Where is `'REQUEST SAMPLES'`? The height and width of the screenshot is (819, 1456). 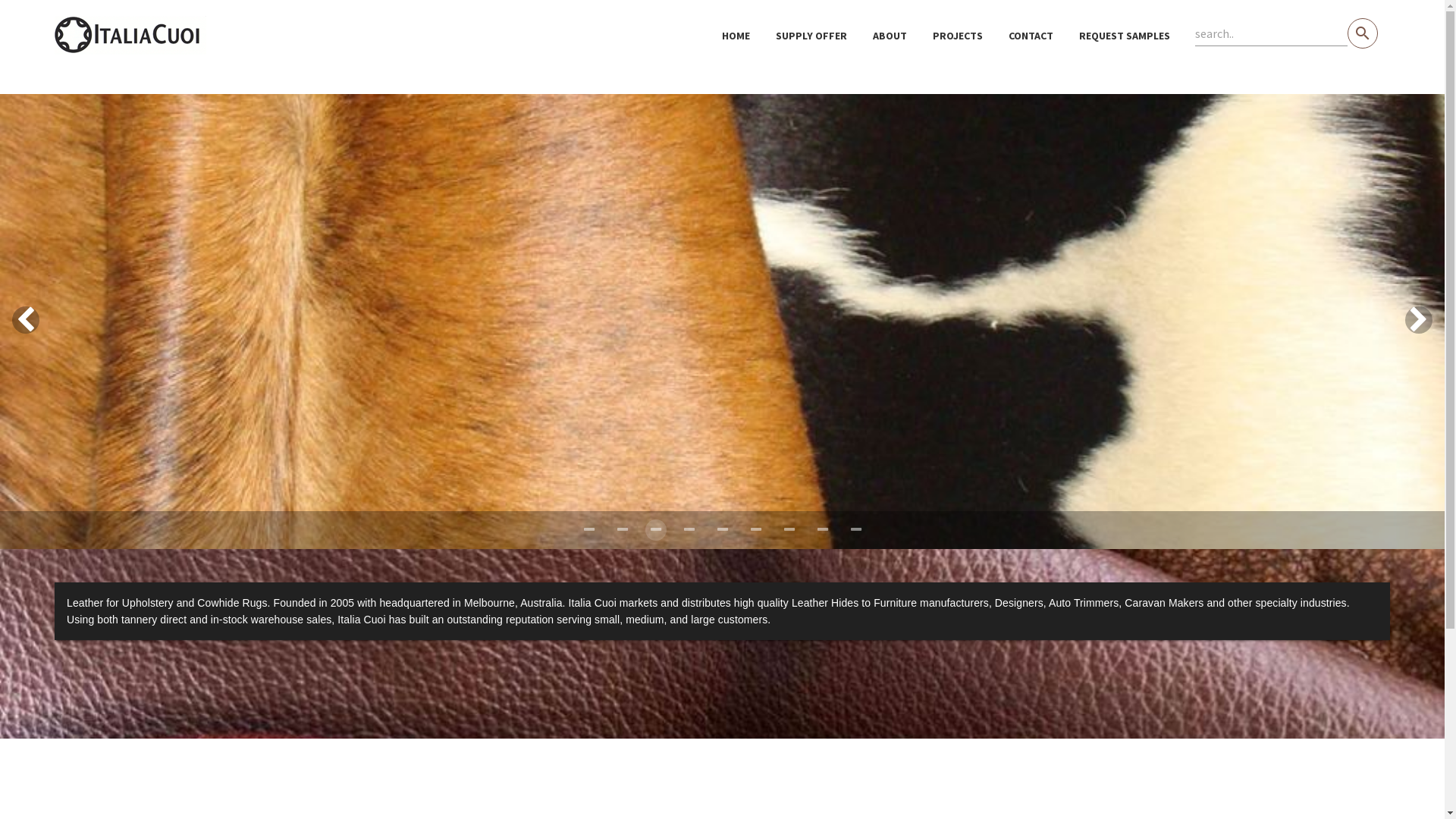 'REQUEST SAMPLES' is located at coordinates (1125, 34).